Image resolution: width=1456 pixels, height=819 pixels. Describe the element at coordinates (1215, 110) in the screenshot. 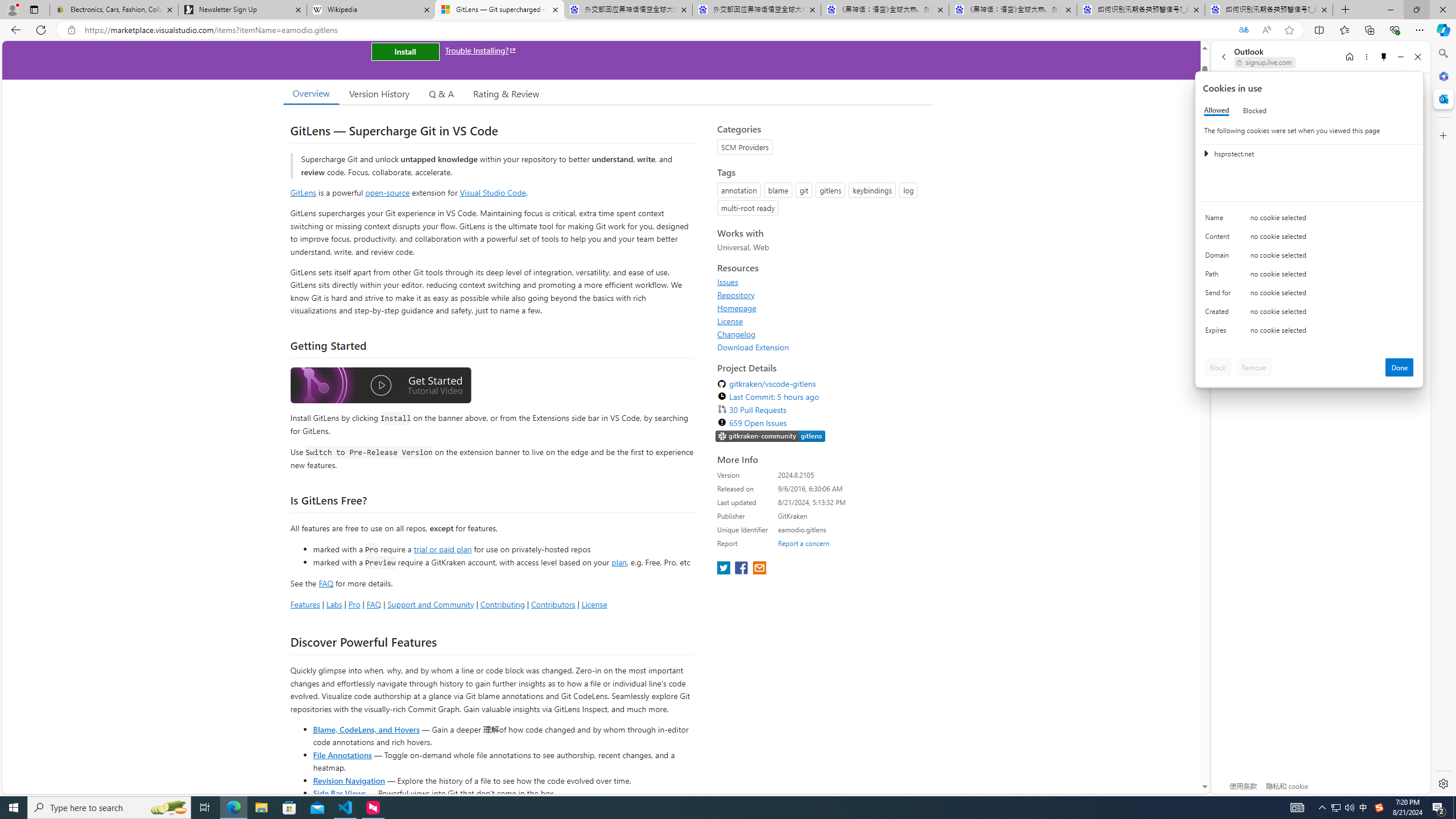

I see `'Allowed'` at that location.